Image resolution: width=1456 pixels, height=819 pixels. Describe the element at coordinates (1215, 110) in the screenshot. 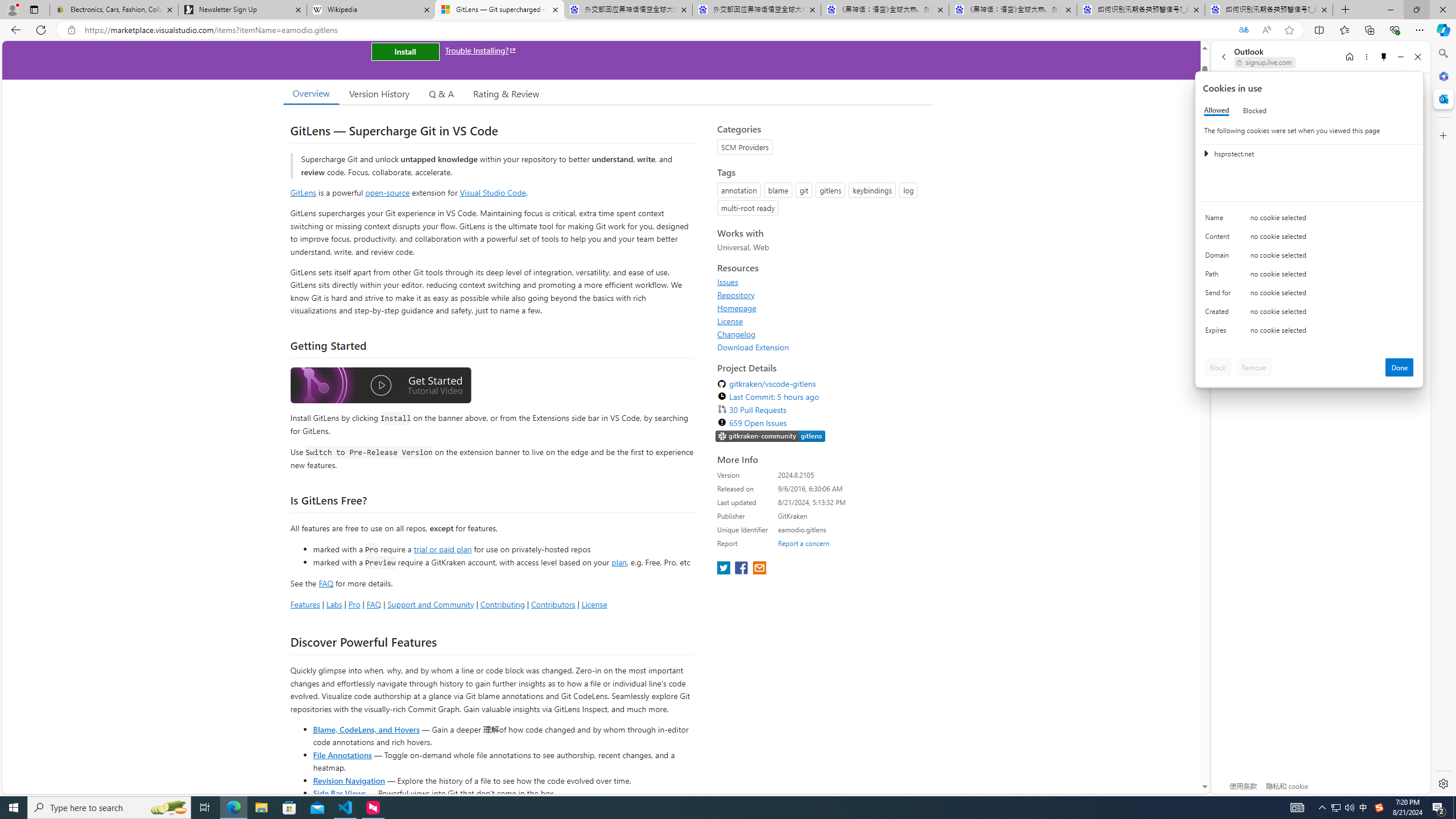

I see `'Allowed'` at that location.